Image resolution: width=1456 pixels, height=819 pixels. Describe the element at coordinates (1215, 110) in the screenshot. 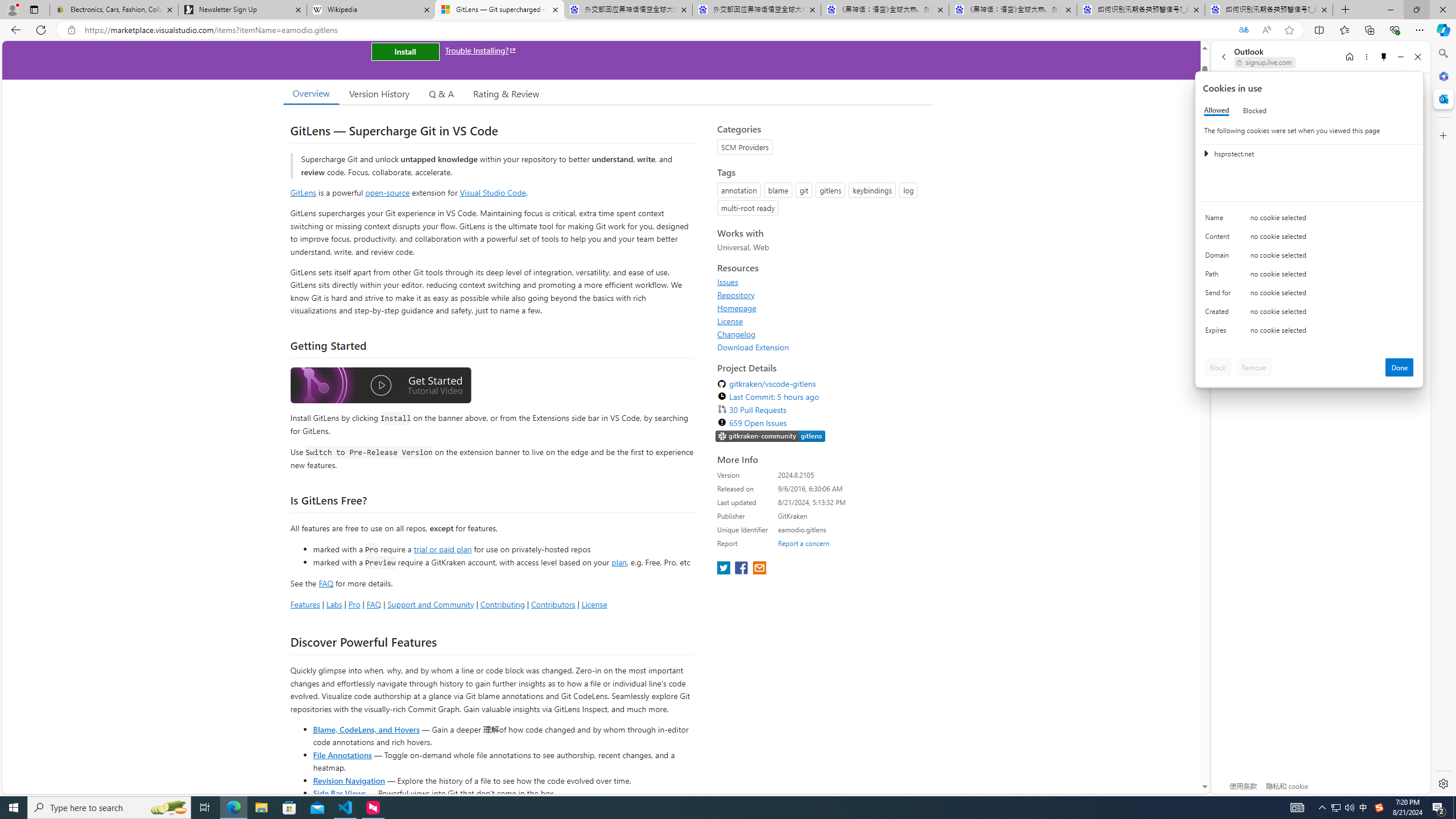

I see `'Allowed'` at that location.